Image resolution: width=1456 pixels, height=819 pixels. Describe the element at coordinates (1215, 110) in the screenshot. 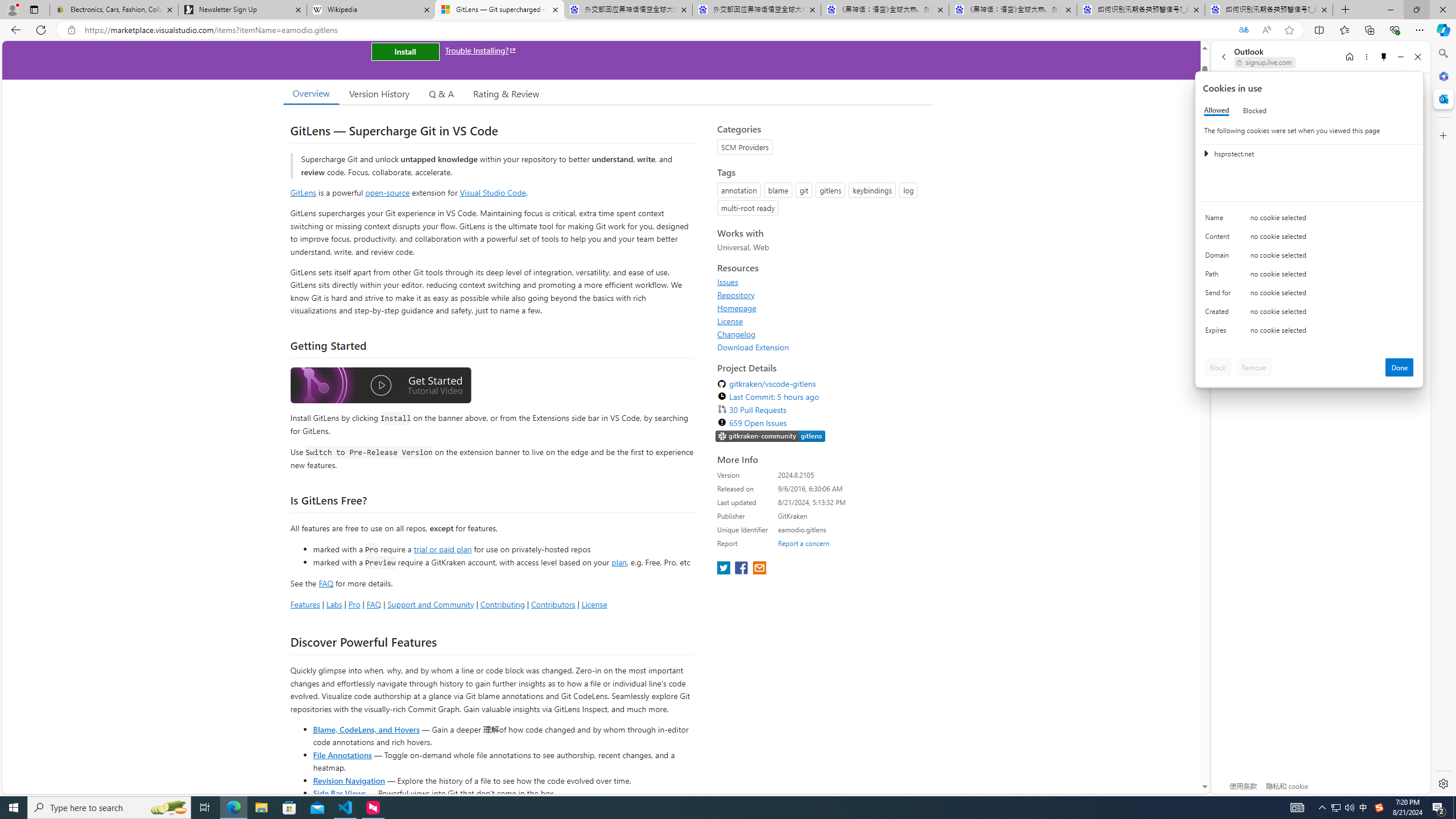

I see `'Allowed'` at that location.